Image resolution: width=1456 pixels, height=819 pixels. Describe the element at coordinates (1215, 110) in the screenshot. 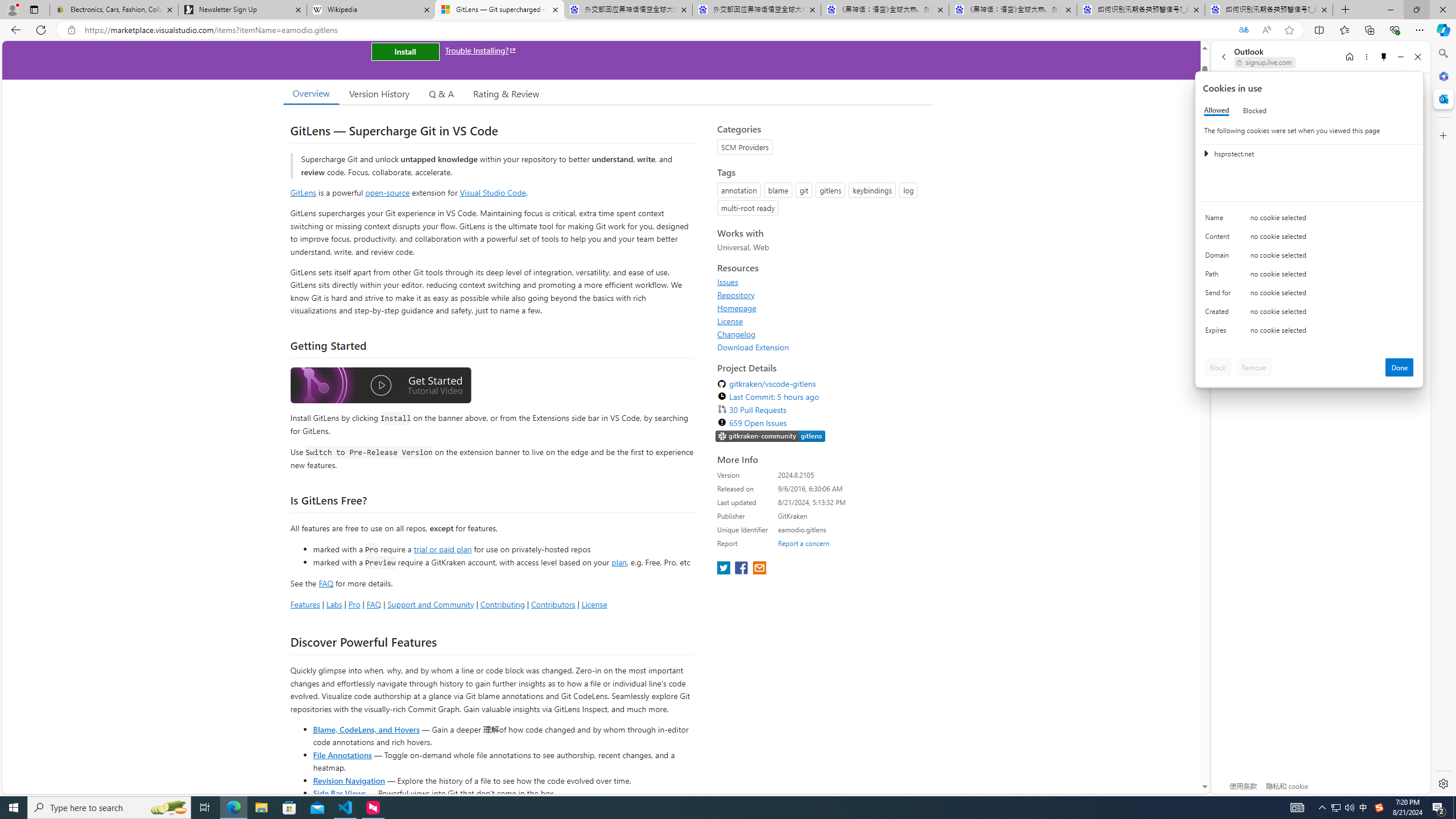

I see `'Allowed'` at that location.